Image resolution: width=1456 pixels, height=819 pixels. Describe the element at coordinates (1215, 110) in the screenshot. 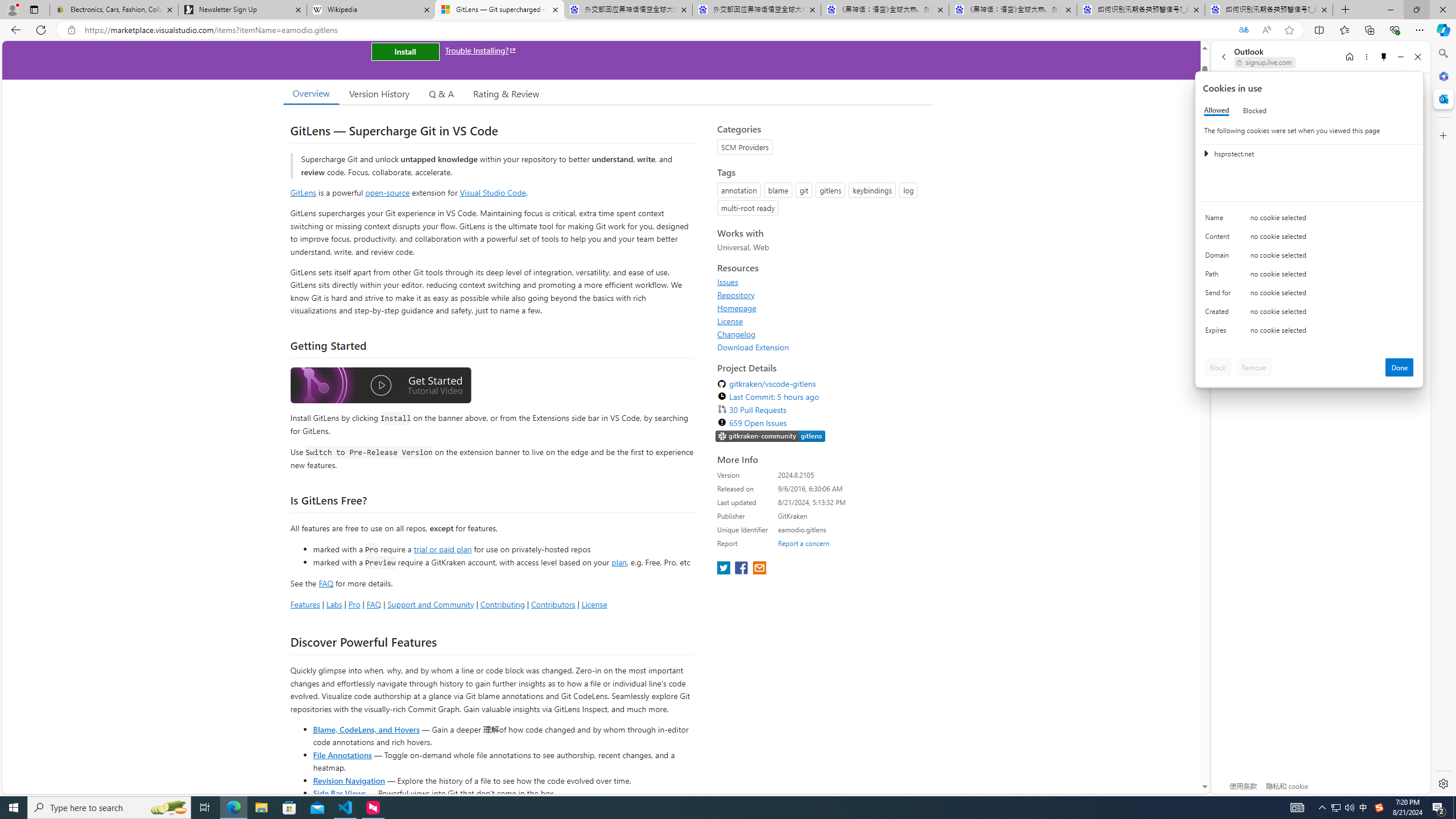

I see `'Allowed'` at that location.